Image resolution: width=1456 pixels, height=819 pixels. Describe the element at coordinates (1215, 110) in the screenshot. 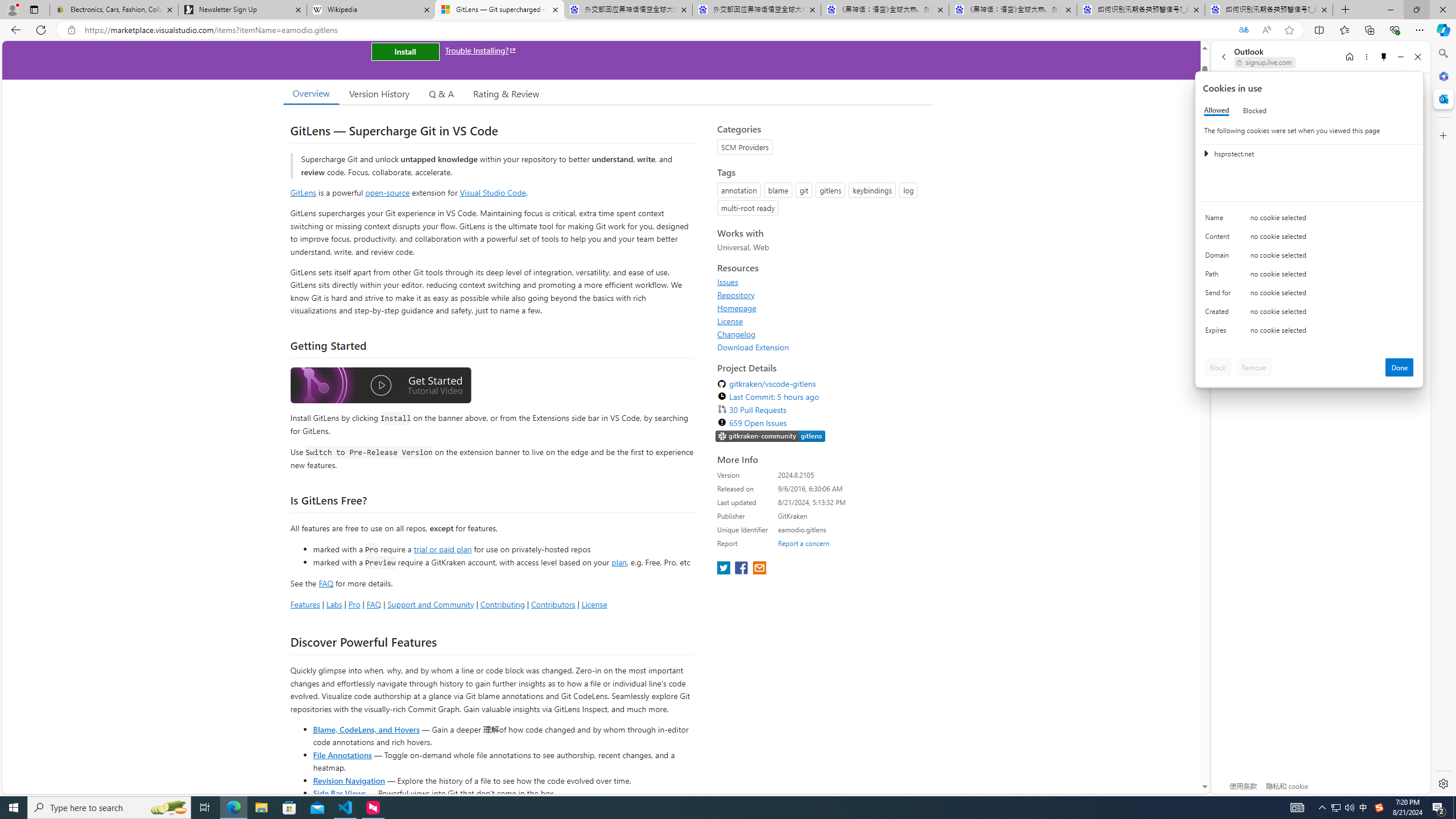

I see `'Allowed'` at that location.